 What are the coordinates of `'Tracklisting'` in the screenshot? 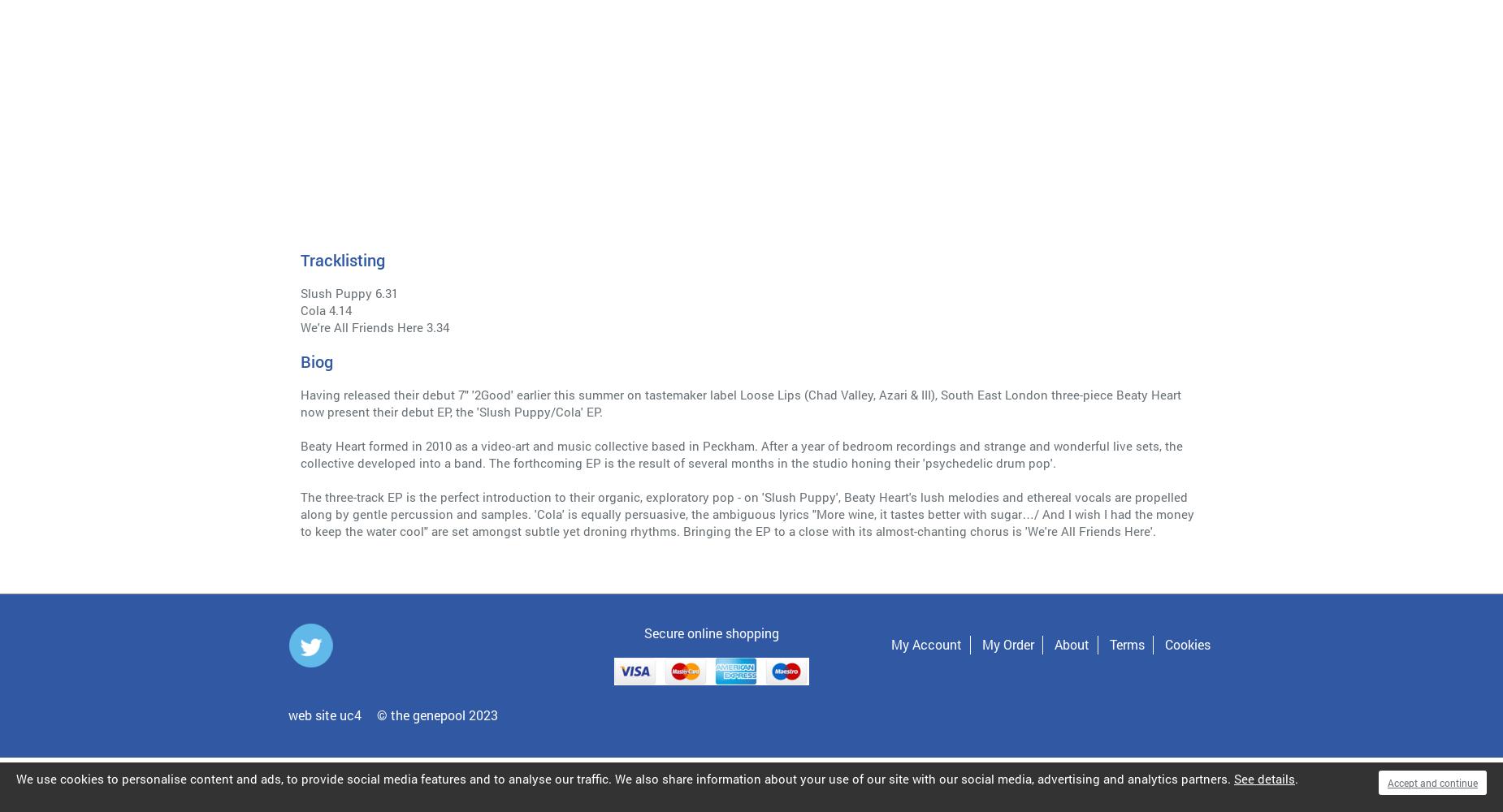 It's located at (341, 259).